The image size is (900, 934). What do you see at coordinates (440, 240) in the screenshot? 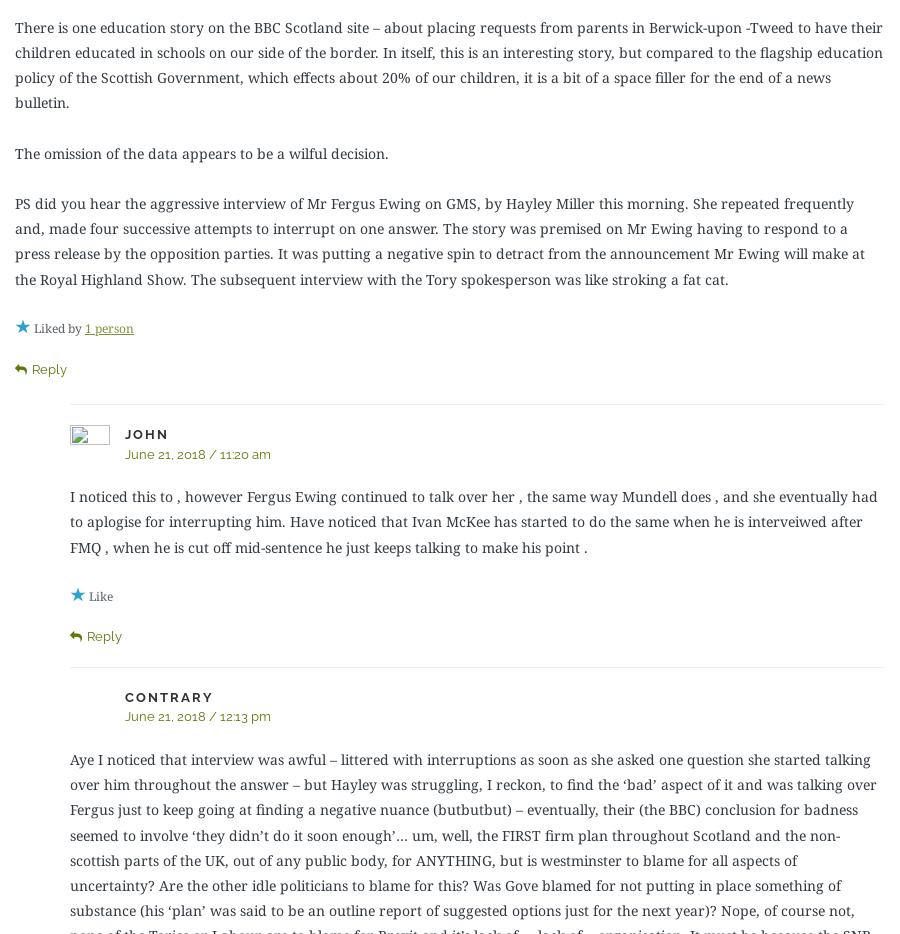
I see `'PS did you hear the aggressive interview of Mr Fergus Ewing on GMS, by Hayley Miller this morning. She repeated frequently and, made four successive attempts to interrupt on one answer. The story was premised on Mr Ewing having to respond to a press release by the opposition parties. It was putting a negative spin to detract from the announcement Mr Ewing will make at the Royal Highland Show. The subsequent interview with the Tory spokesperson was like stroking a fat cat.'` at bounding box center [440, 240].